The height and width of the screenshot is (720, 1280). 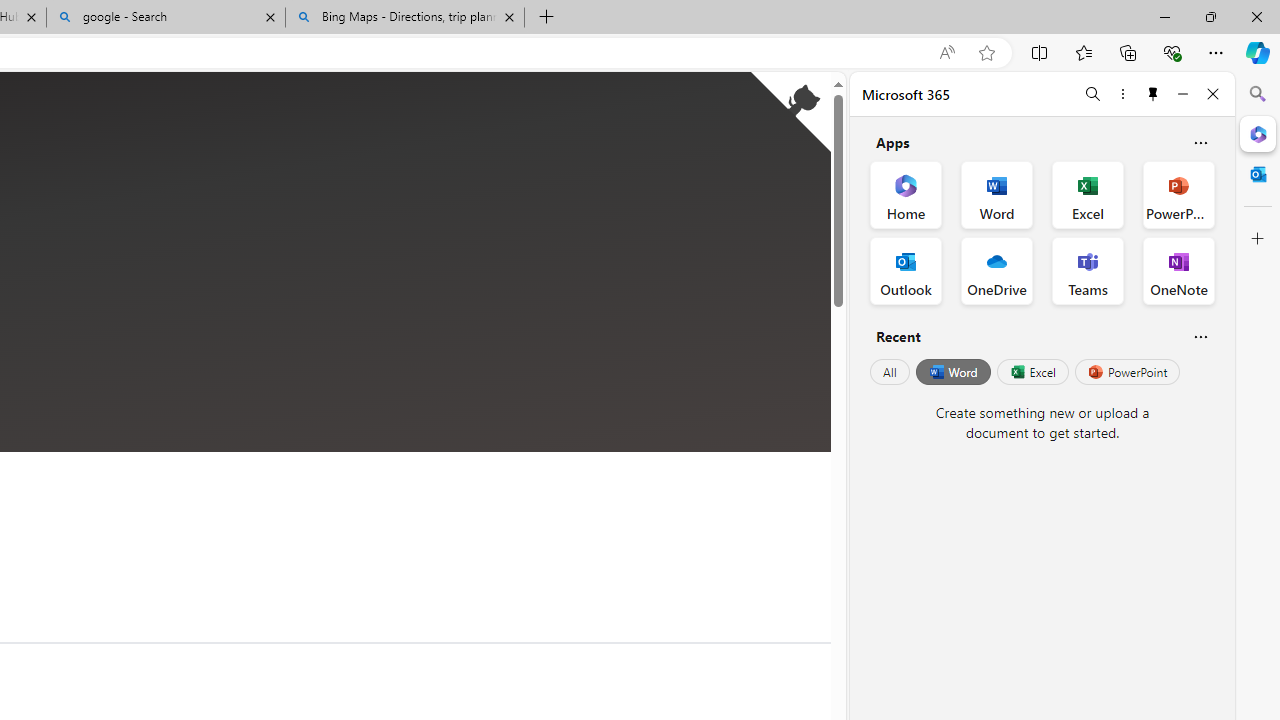 What do you see at coordinates (889, 372) in the screenshot?
I see `'All'` at bounding box center [889, 372].